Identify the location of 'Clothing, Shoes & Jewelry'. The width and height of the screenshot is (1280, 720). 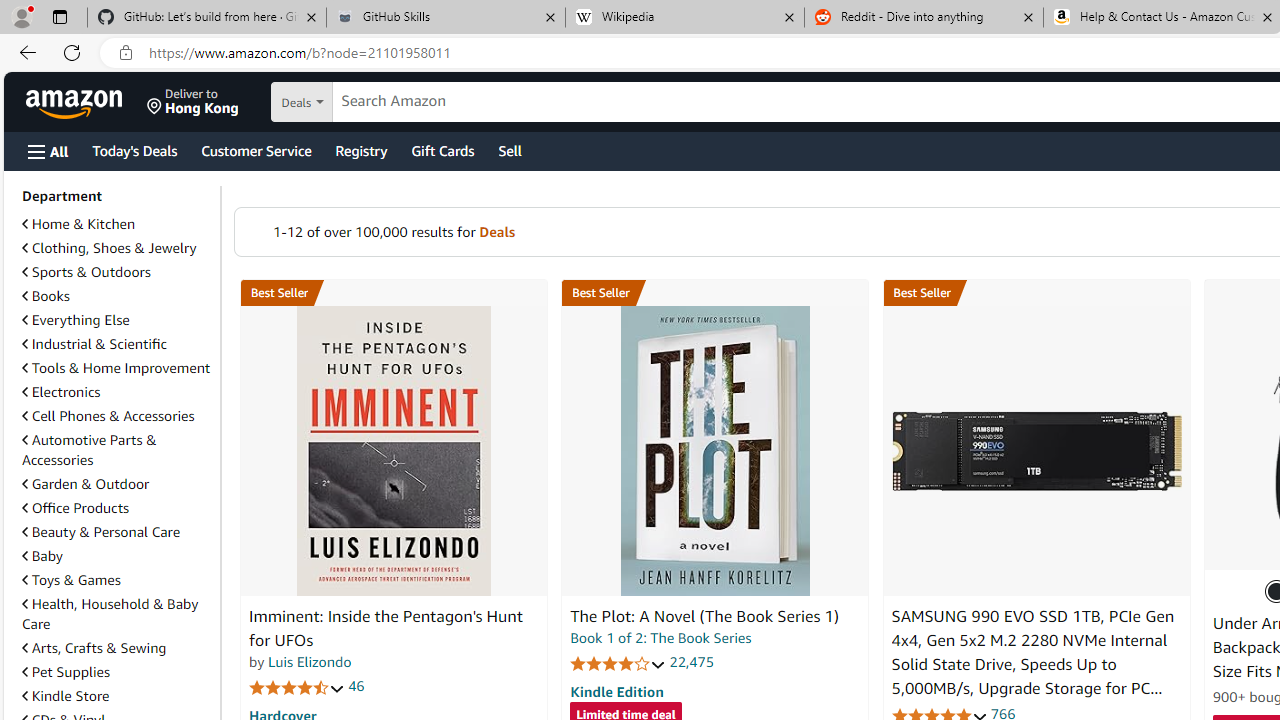
(116, 247).